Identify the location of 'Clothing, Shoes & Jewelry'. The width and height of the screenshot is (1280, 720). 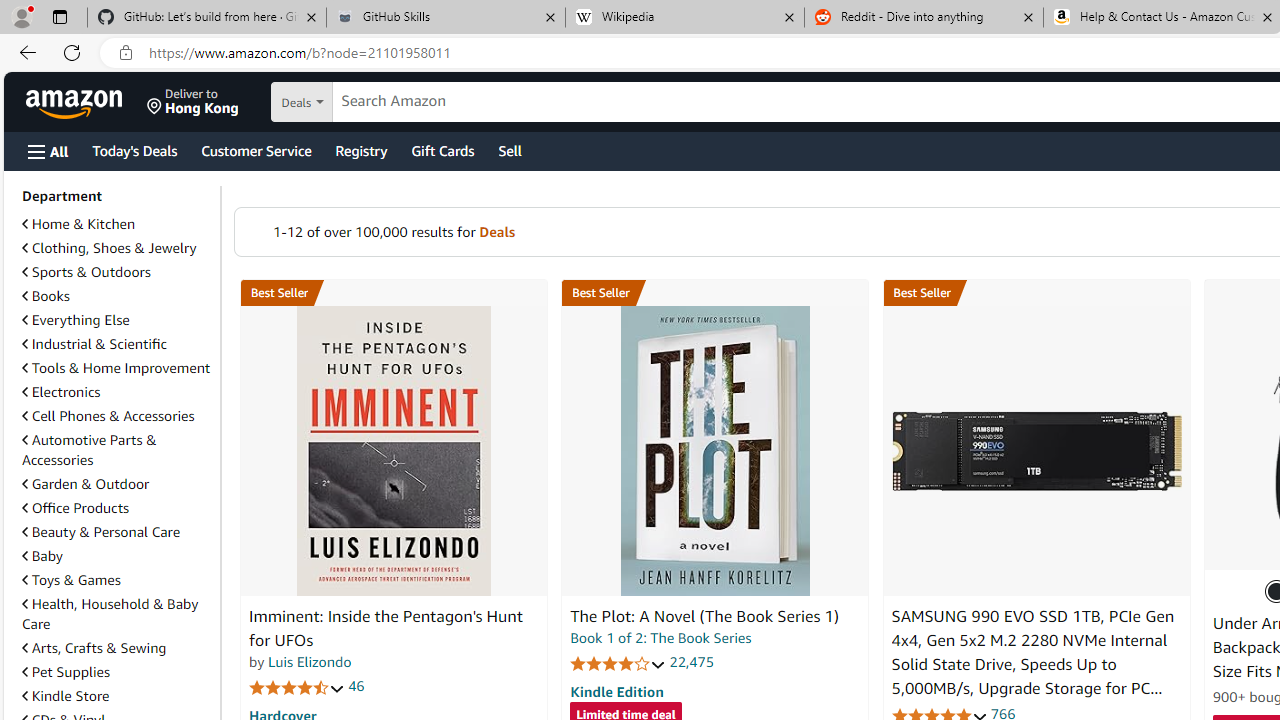
(116, 247).